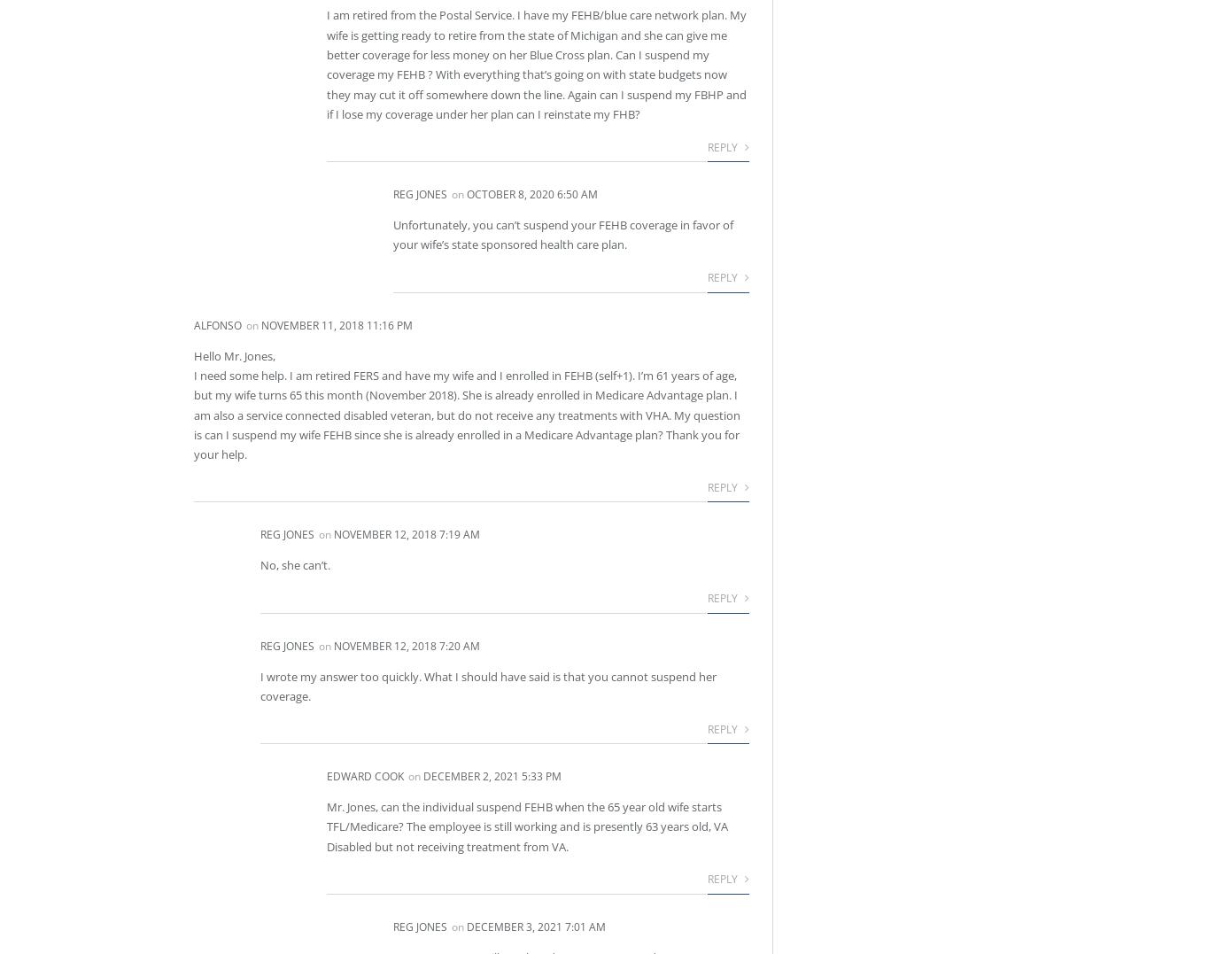 This screenshot has width=1232, height=954. I want to click on 'Mr. Jones, can the individual suspend FEHB when the 65 year old wife starts TFL/Medicare?  The employee is still  working and is presently 63 years old, VA Disabled but not receiving treatment from VA.', so click(526, 826).